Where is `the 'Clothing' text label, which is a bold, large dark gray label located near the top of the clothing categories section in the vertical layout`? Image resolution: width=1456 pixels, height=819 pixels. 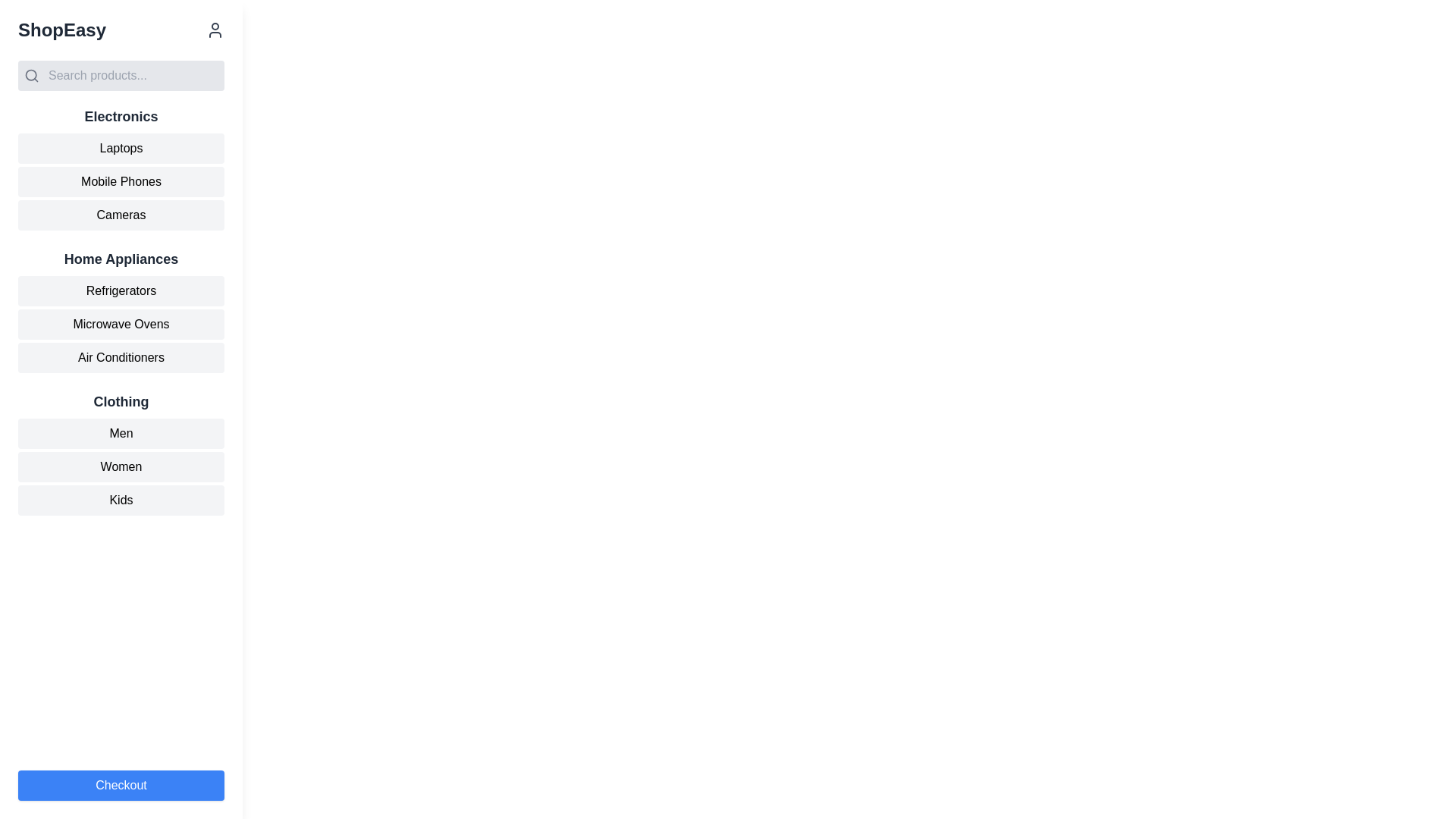
the 'Clothing' text label, which is a bold, large dark gray label located near the top of the clothing categories section in the vertical layout is located at coordinates (120, 400).